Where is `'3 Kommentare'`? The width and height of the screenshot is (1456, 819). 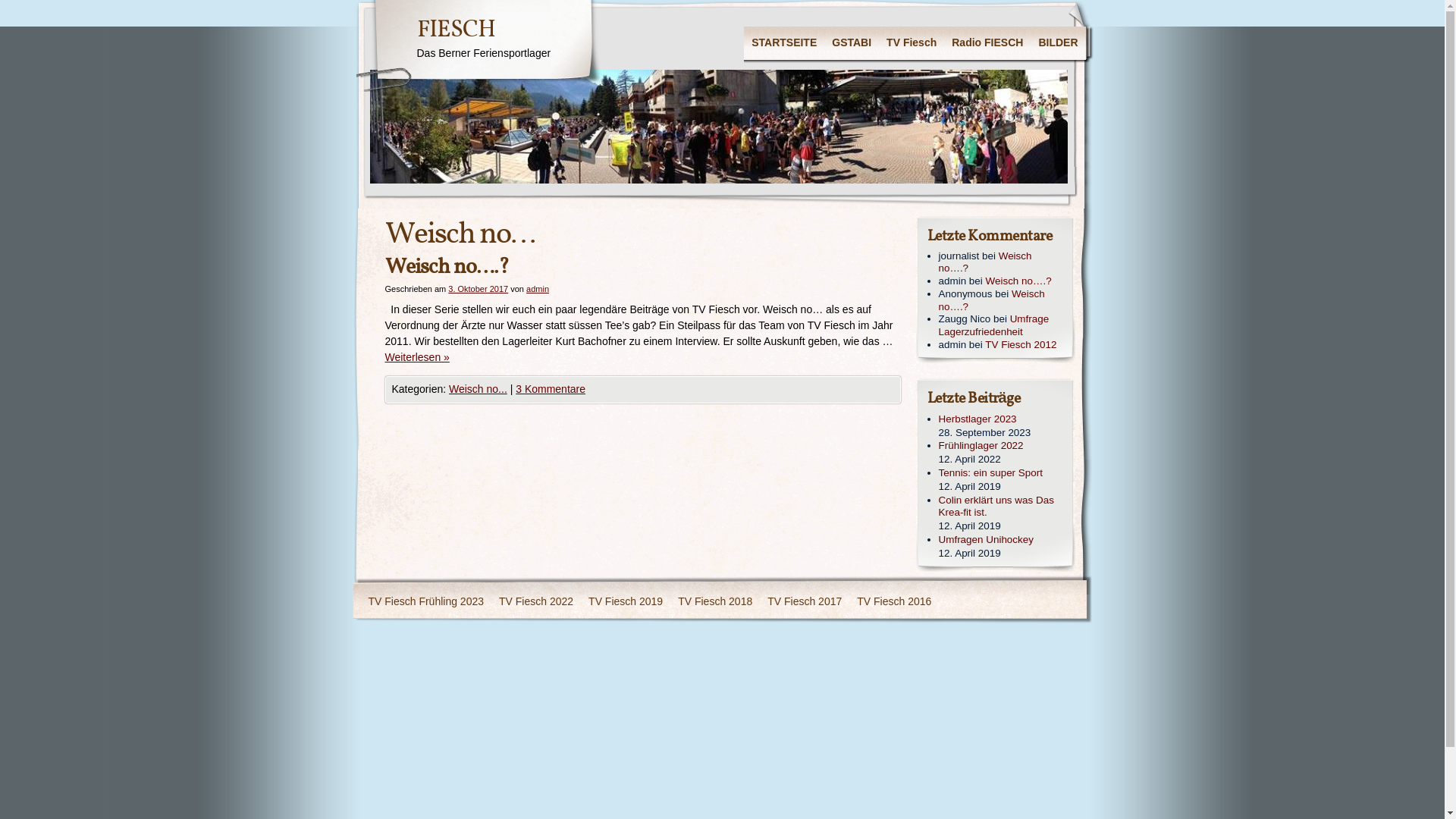 '3 Kommentare' is located at coordinates (549, 388).